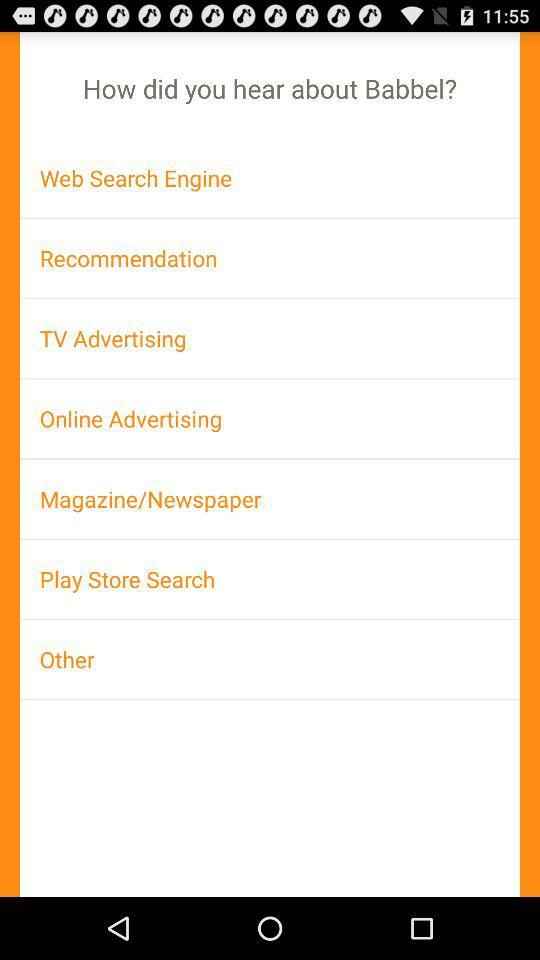  I want to click on icon below the how did you, so click(270, 177).